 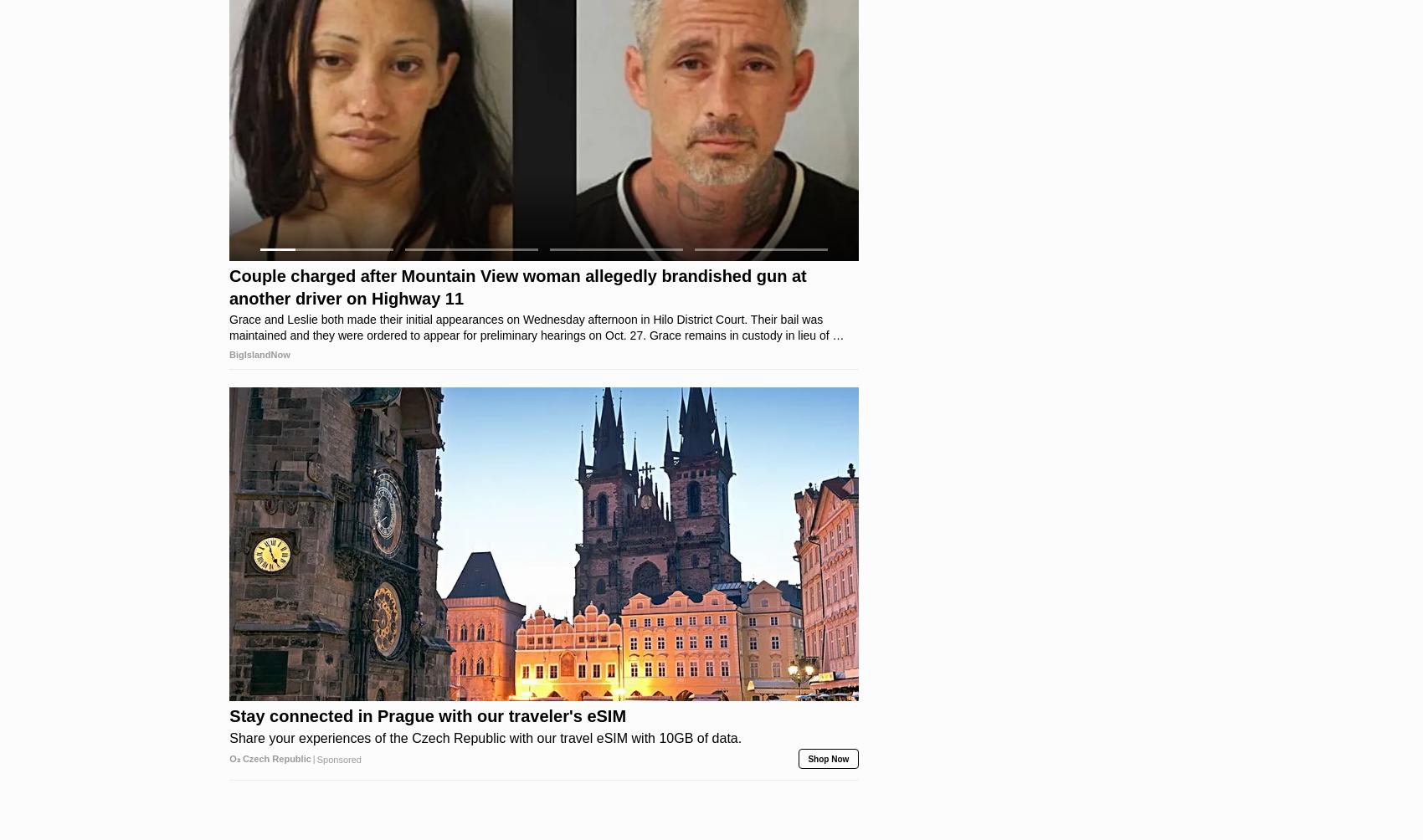 What do you see at coordinates (527, 286) in the screenshot?
I see `'A massive tidal wave, several thousand feet high, rearing up over Honolulu after a massive meteor strike in the Pacific Ocean.'` at bounding box center [527, 286].